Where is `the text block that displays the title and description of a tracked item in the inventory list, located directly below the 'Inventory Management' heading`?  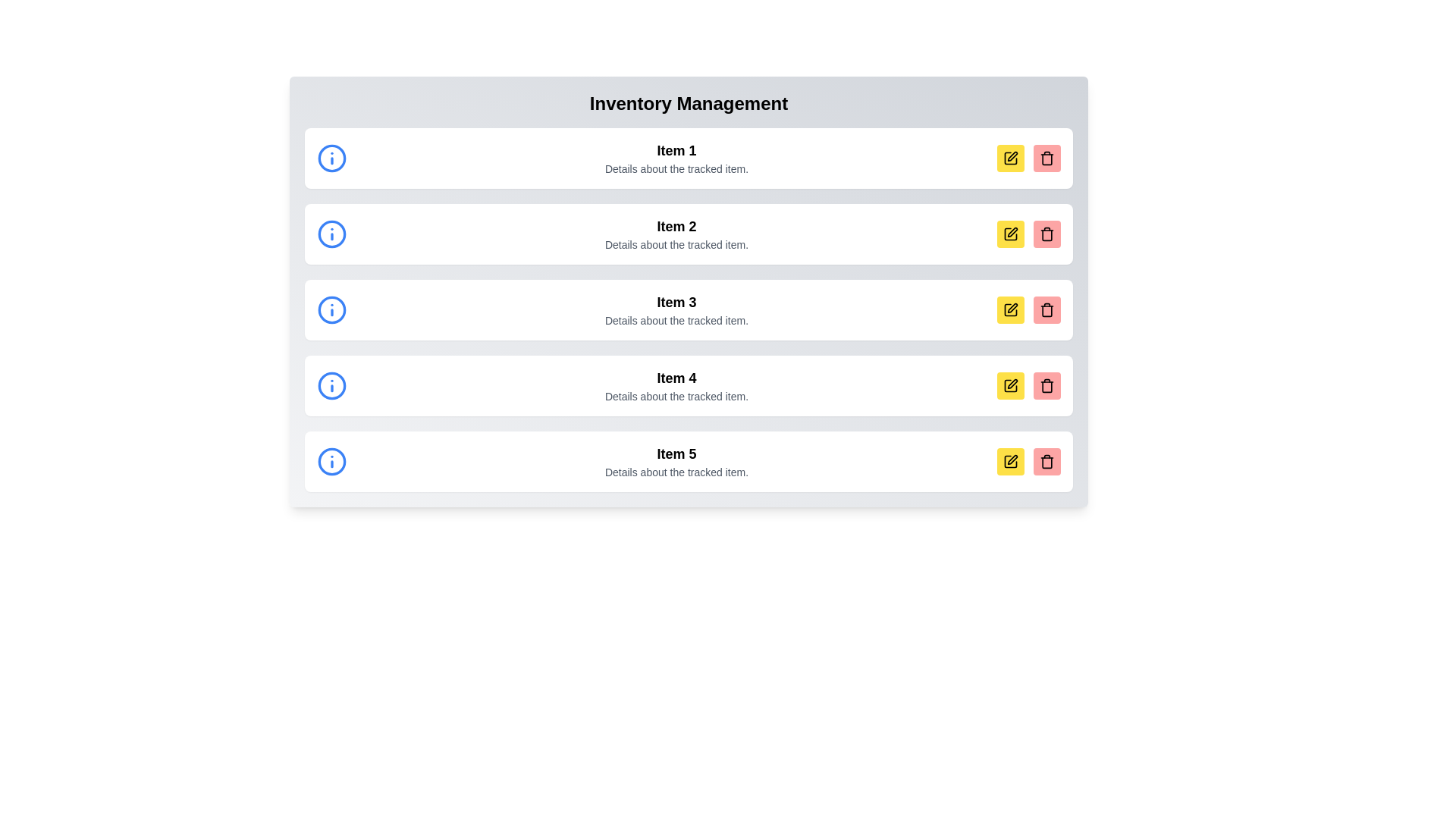 the text block that displays the title and description of a tracked item in the inventory list, located directly below the 'Inventory Management' heading is located at coordinates (676, 158).